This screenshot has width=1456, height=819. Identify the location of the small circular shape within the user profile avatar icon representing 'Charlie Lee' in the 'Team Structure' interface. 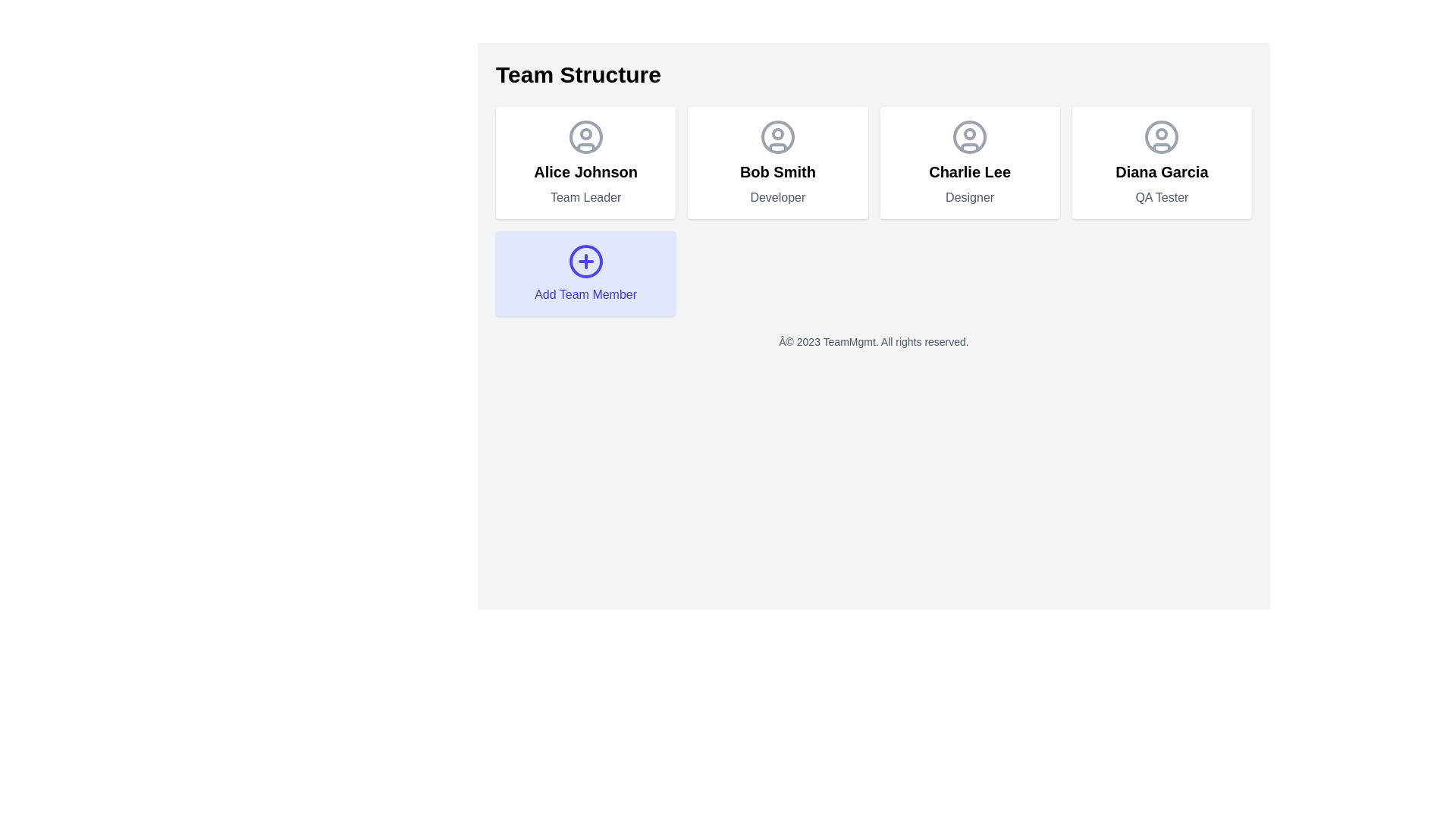
(969, 133).